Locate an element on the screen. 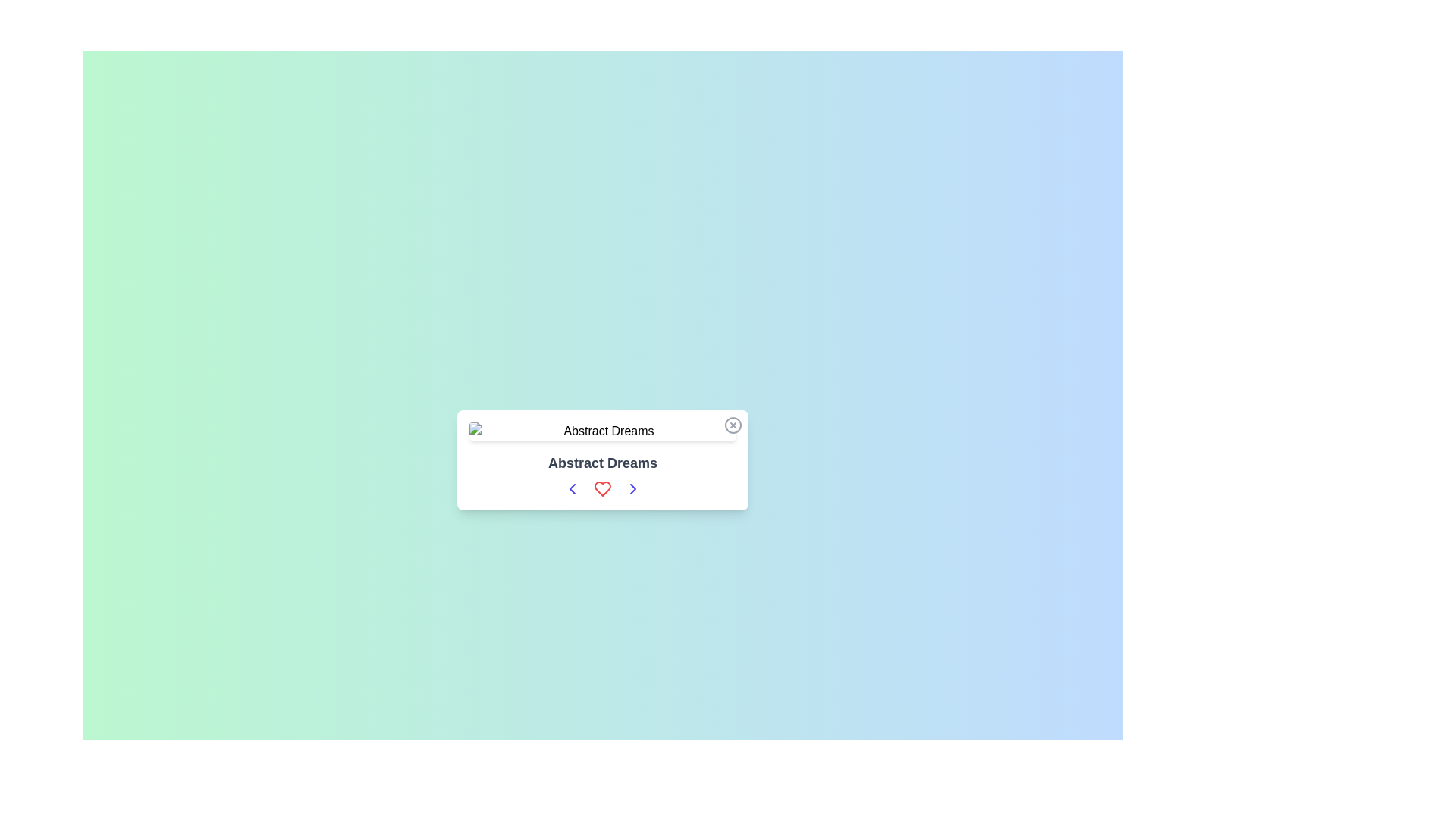  the heart-shaped vector graphics icon is located at coordinates (602, 488).